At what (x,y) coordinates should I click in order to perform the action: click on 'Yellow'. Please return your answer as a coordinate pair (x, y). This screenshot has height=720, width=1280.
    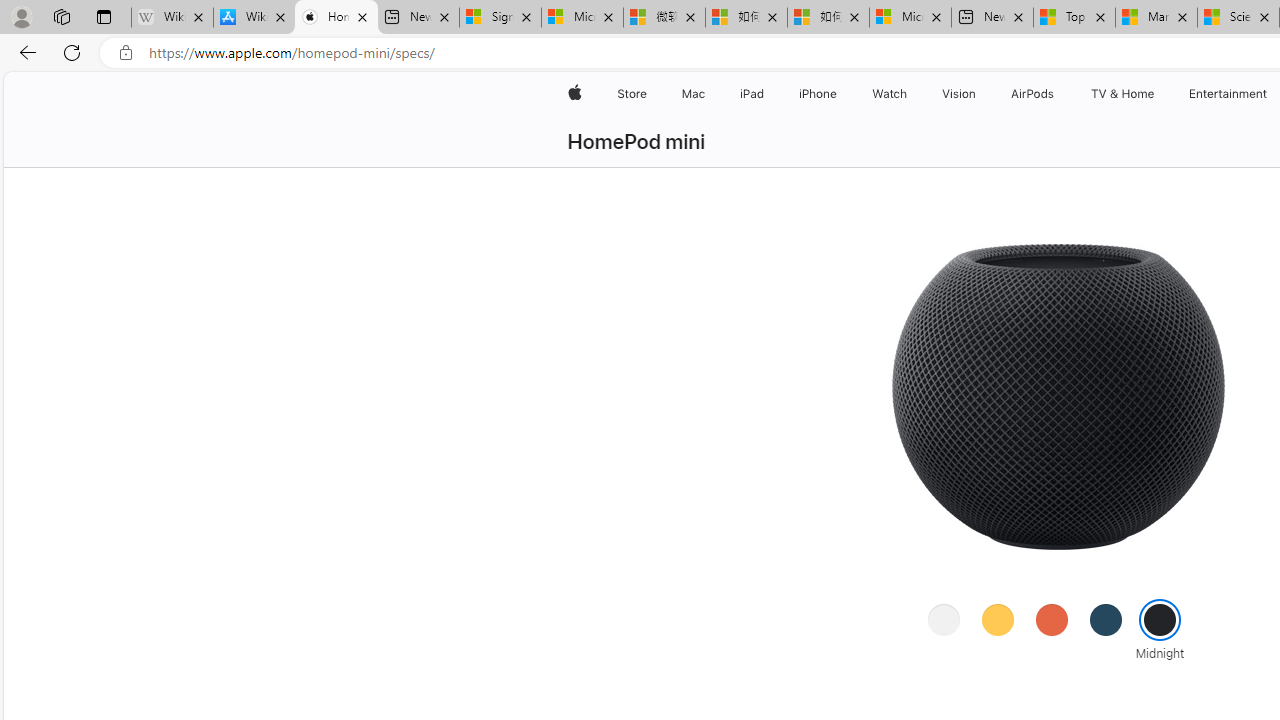
    Looking at the image, I should click on (997, 618).